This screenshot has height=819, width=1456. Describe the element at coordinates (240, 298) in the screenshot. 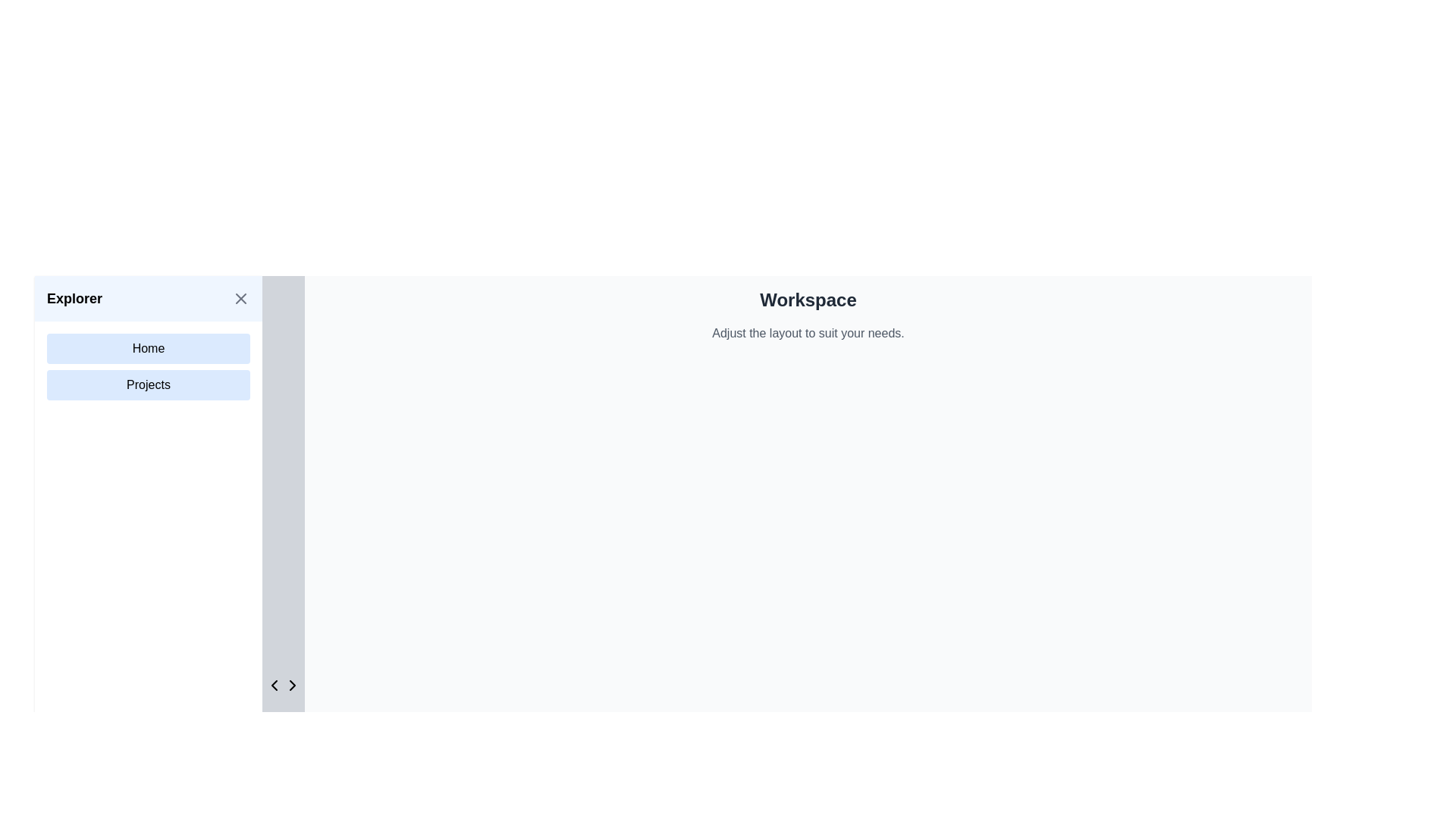

I see `the close button, which is an 'X' icon in gray color located in the top-right corner of the 'Explorer' header section` at that location.